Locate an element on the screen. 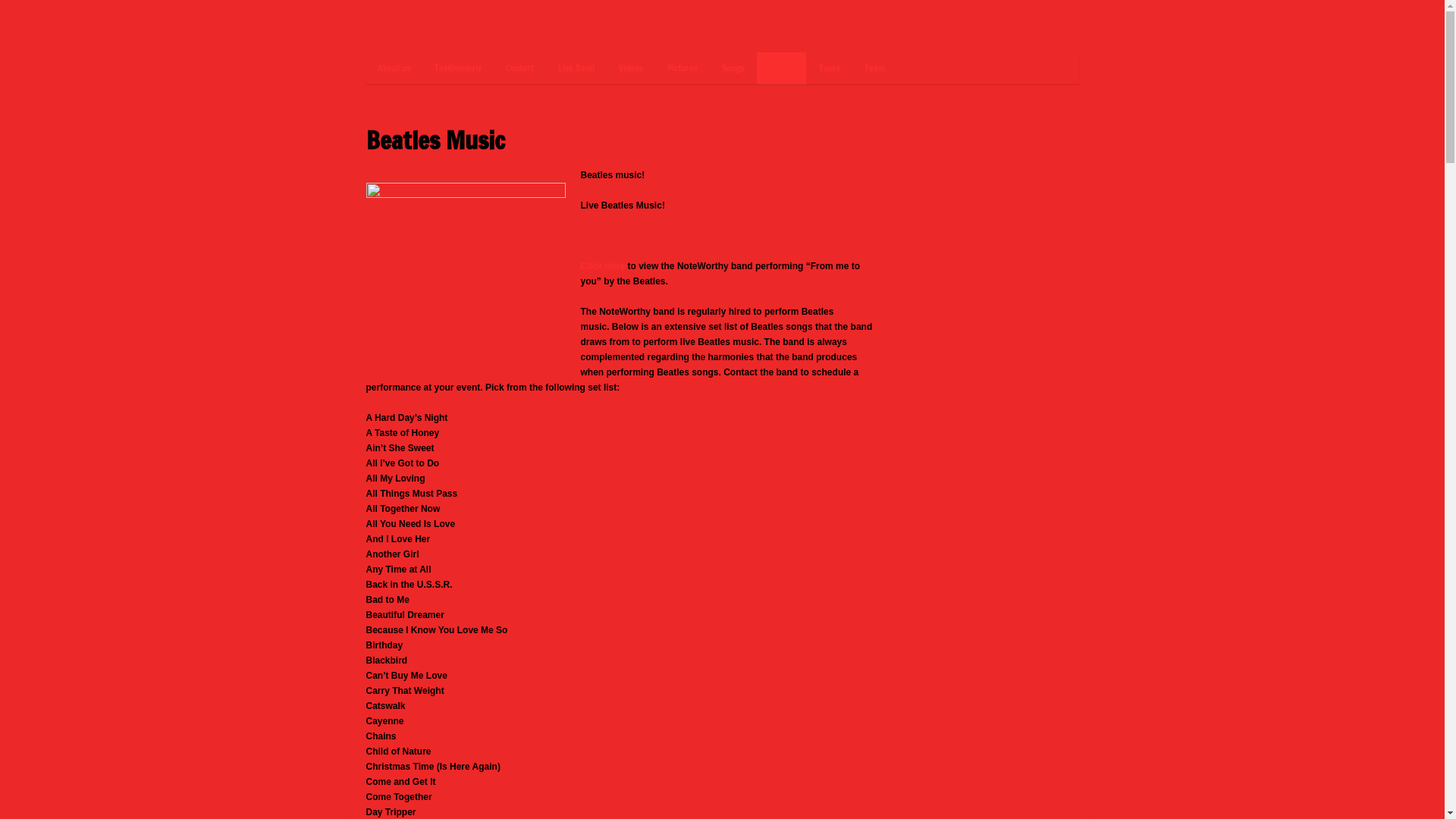 This screenshot has width=1456, height=819. 'Types' is located at coordinates (806, 67).